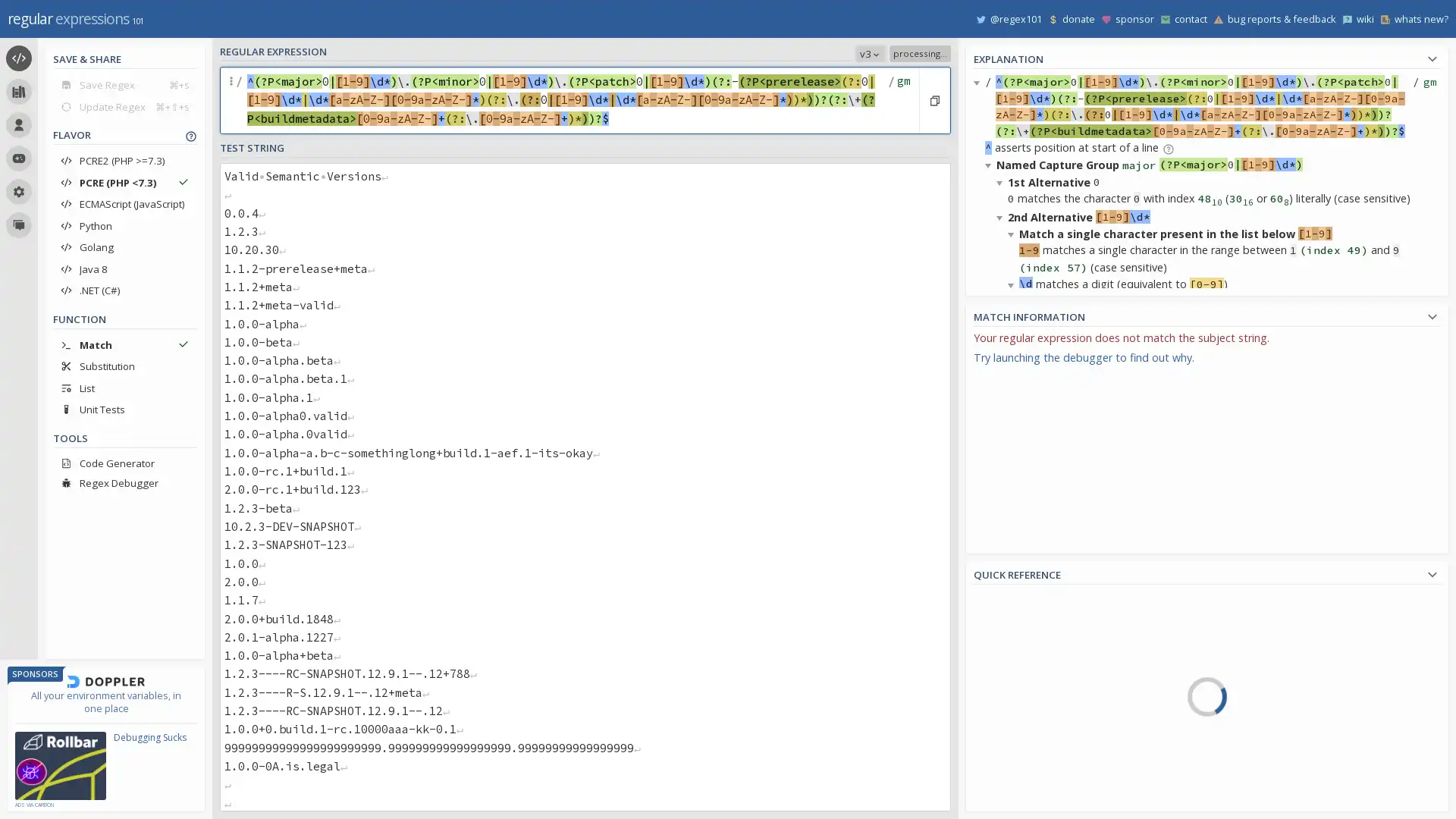 The image size is (1456, 819). Describe the element at coordinates (1013, 662) in the screenshot. I see `Collapse Subtree` at that location.